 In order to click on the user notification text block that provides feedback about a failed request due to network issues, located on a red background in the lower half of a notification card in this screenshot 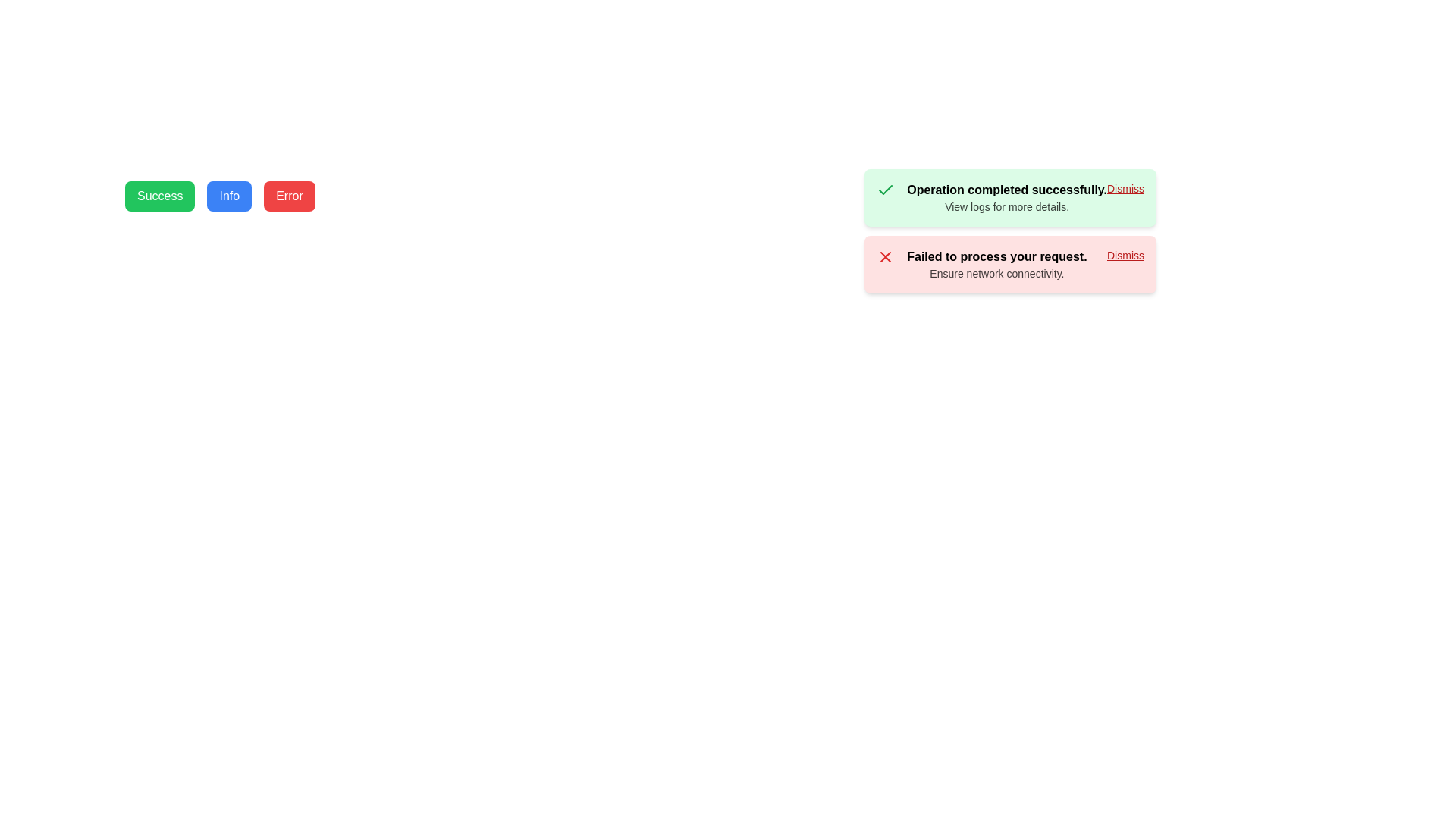, I will do `click(997, 263)`.